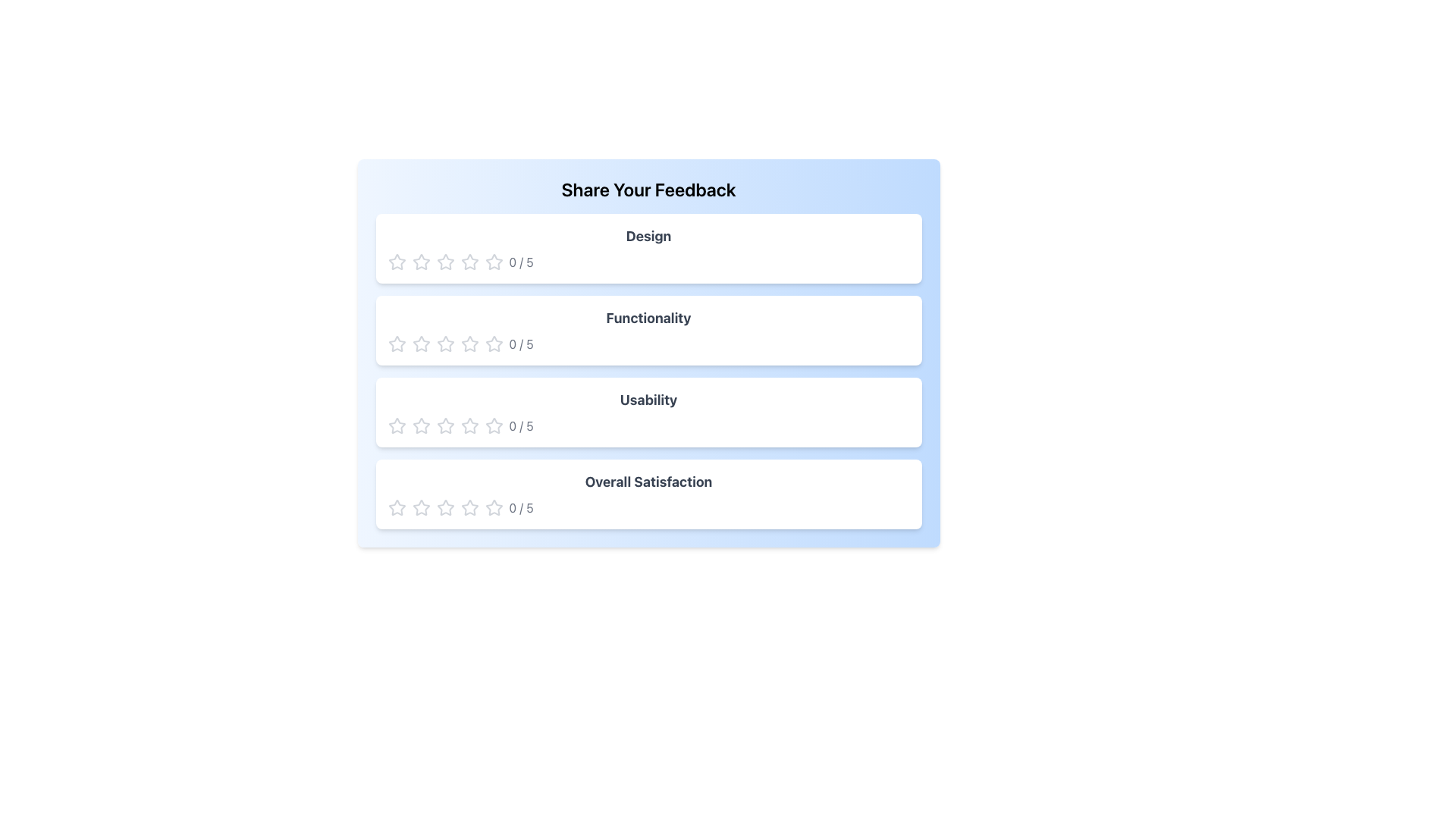  I want to click on the first (leftmost) hollow star icon in the 'Overall Satisfaction' rating row, so click(444, 507).